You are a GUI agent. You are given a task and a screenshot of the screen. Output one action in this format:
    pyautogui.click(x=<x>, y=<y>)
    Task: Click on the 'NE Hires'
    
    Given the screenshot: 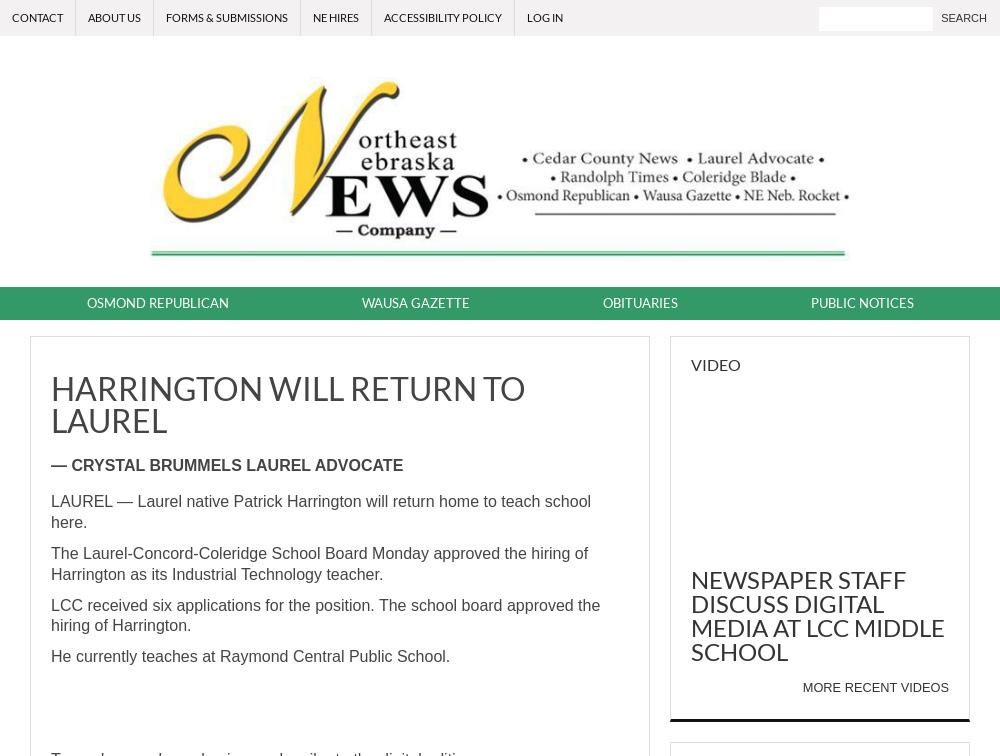 What is the action you would take?
    pyautogui.click(x=312, y=17)
    